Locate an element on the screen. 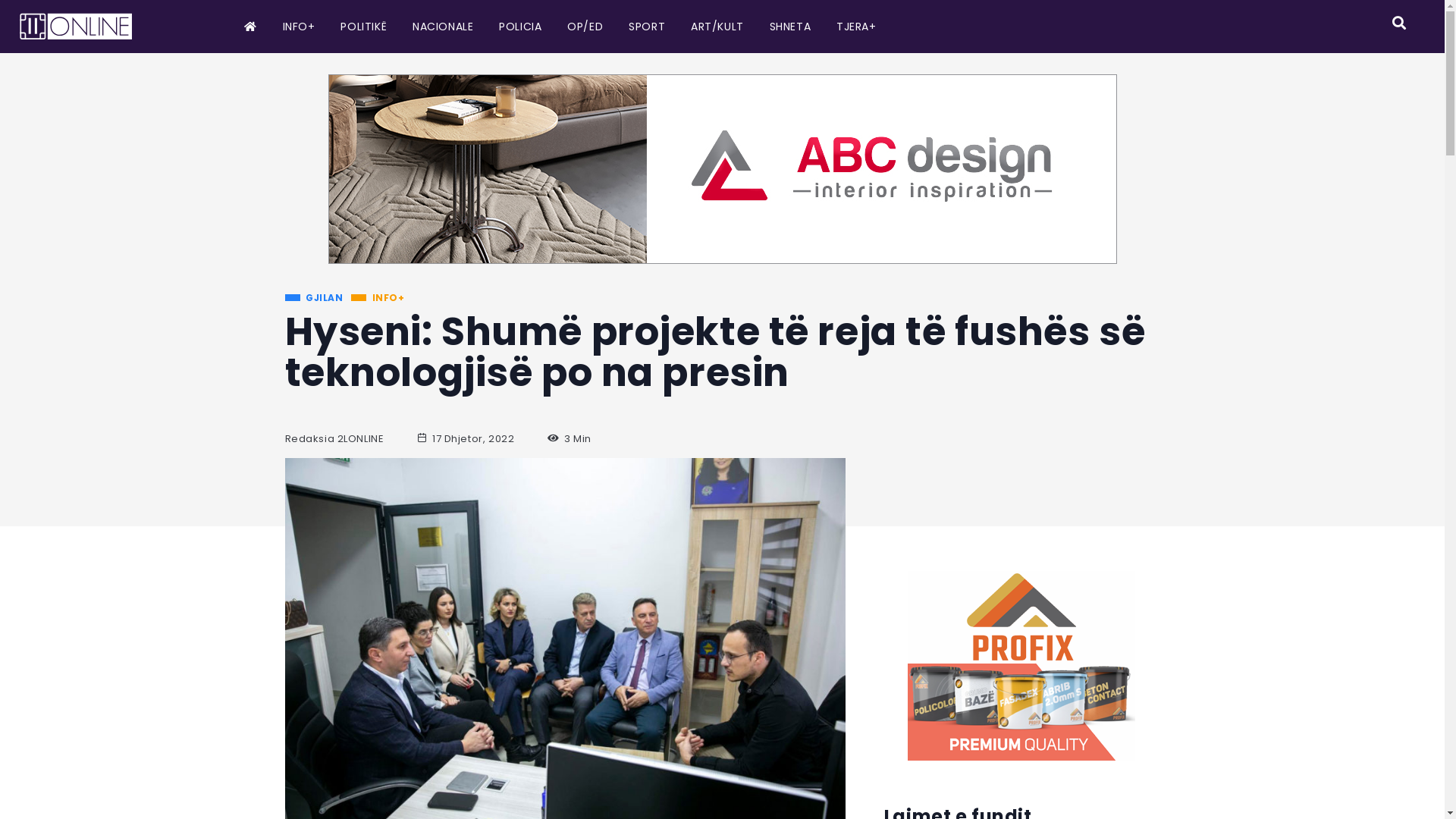 The height and width of the screenshot is (819, 1456). 'INFO+' is located at coordinates (378, 298).